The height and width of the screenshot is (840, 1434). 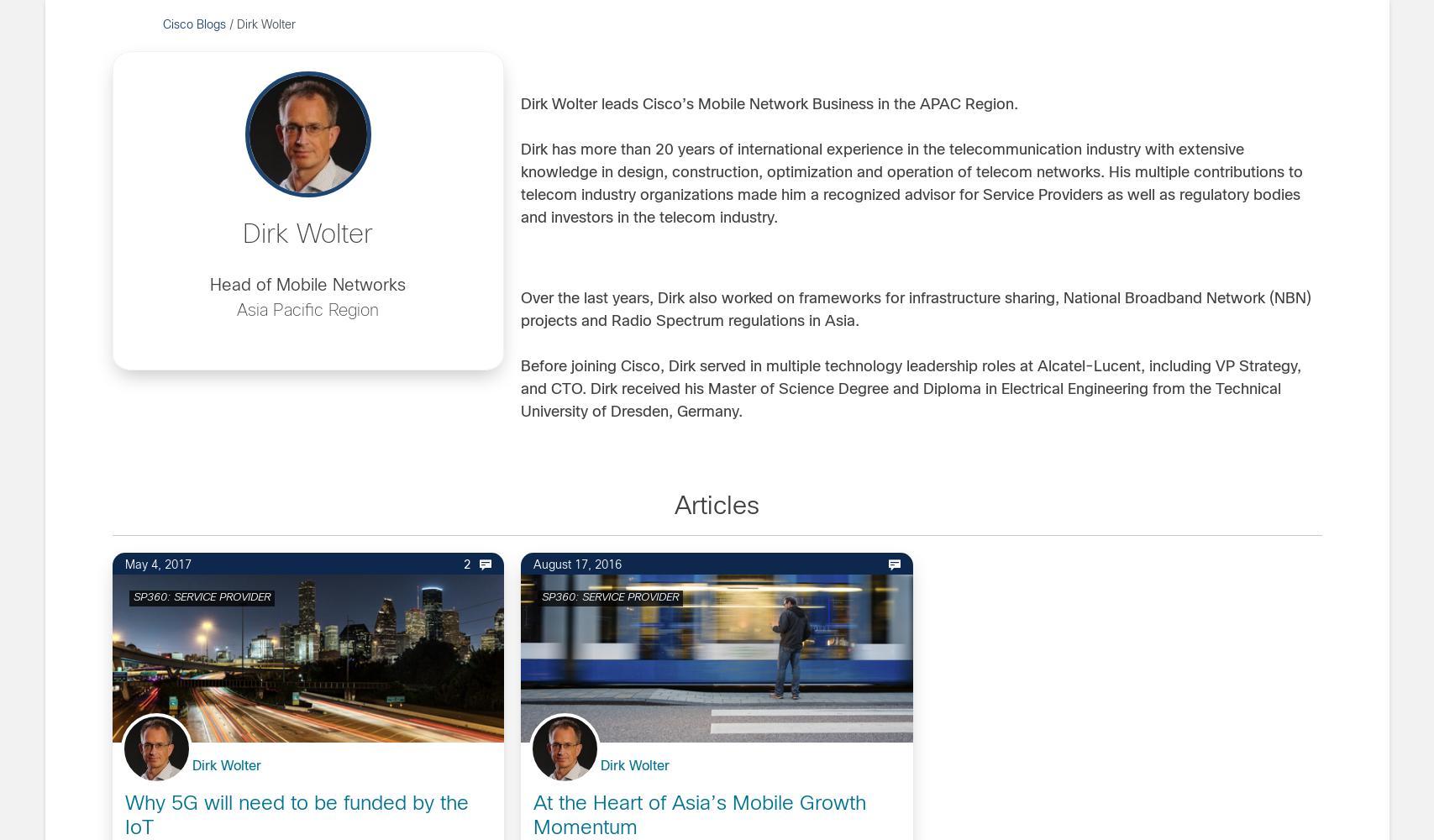 What do you see at coordinates (915, 310) in the screenshot?
I see `'Over the last years, Dirk also worked on frameworks for infrastructure sharing, National Broadband Network (NBN) projects and Radio Spectrum regulations in Asia.'` at bounding box center [915, 310].